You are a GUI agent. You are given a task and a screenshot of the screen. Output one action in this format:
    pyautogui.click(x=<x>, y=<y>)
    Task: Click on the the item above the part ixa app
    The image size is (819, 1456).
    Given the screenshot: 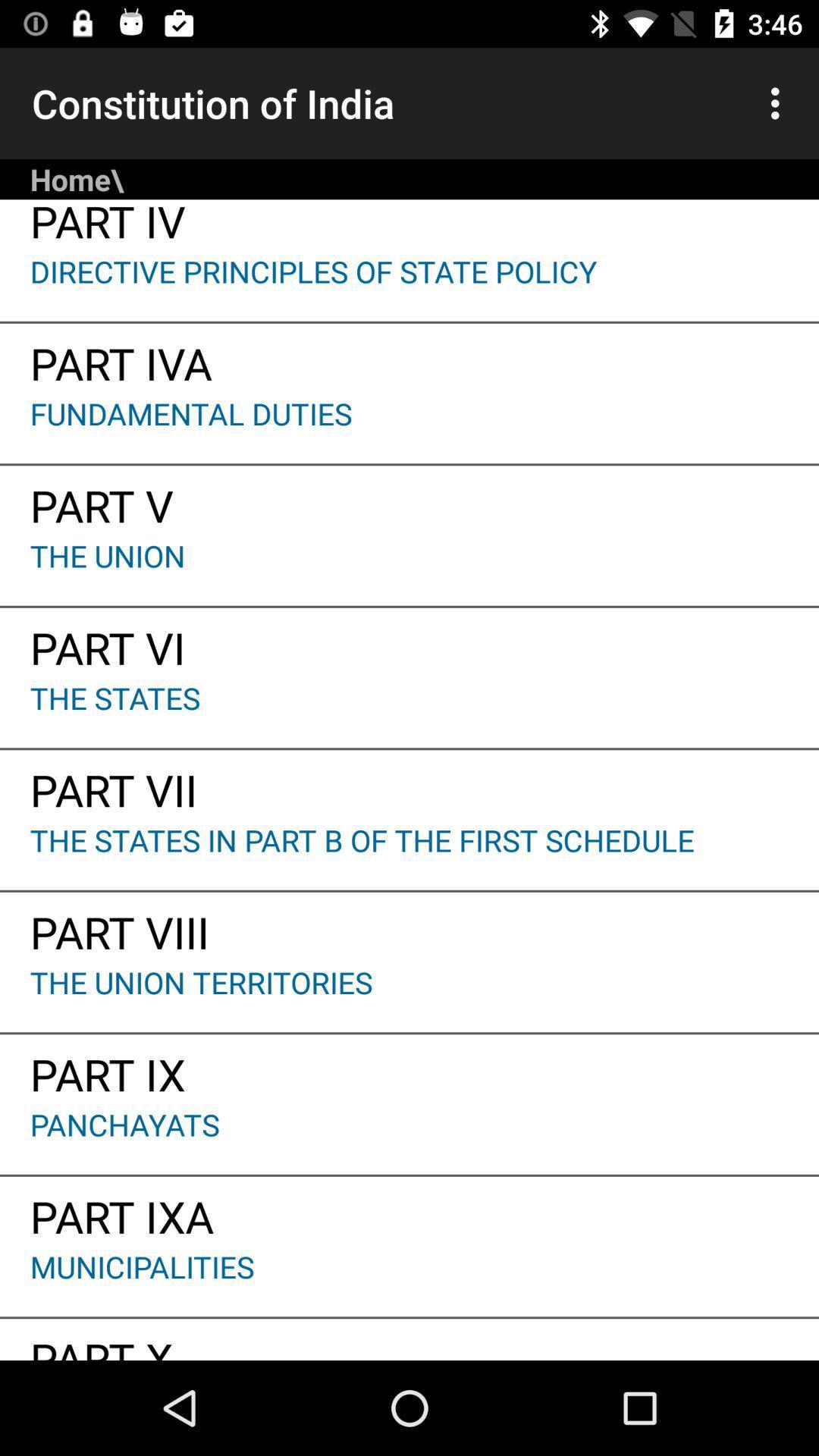 What is the action you would take?
    pyautogui.click(x=409, y=1139)
    